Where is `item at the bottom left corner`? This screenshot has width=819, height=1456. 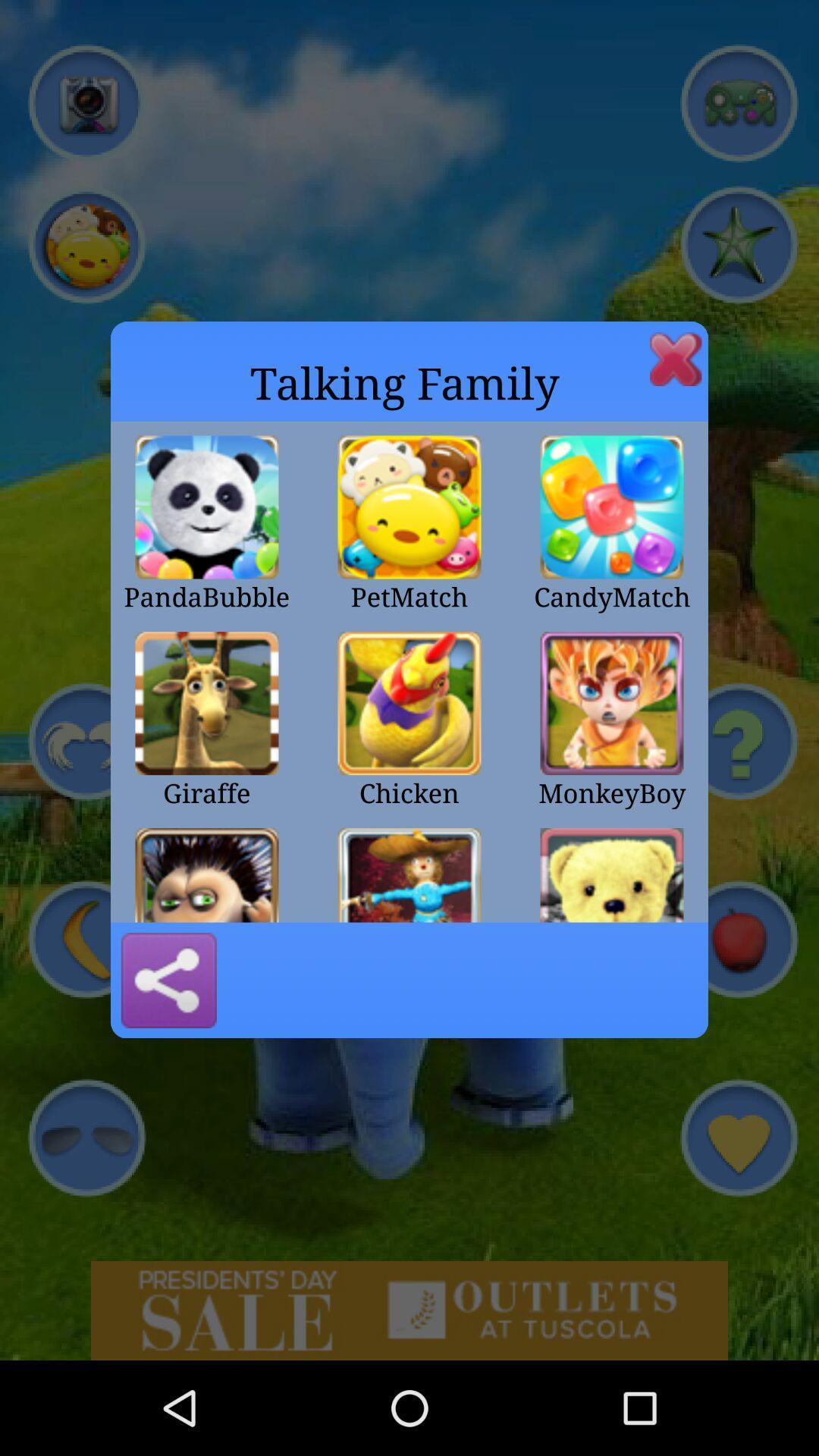 item at the bottom left corner is located at coordinates (168, 980).